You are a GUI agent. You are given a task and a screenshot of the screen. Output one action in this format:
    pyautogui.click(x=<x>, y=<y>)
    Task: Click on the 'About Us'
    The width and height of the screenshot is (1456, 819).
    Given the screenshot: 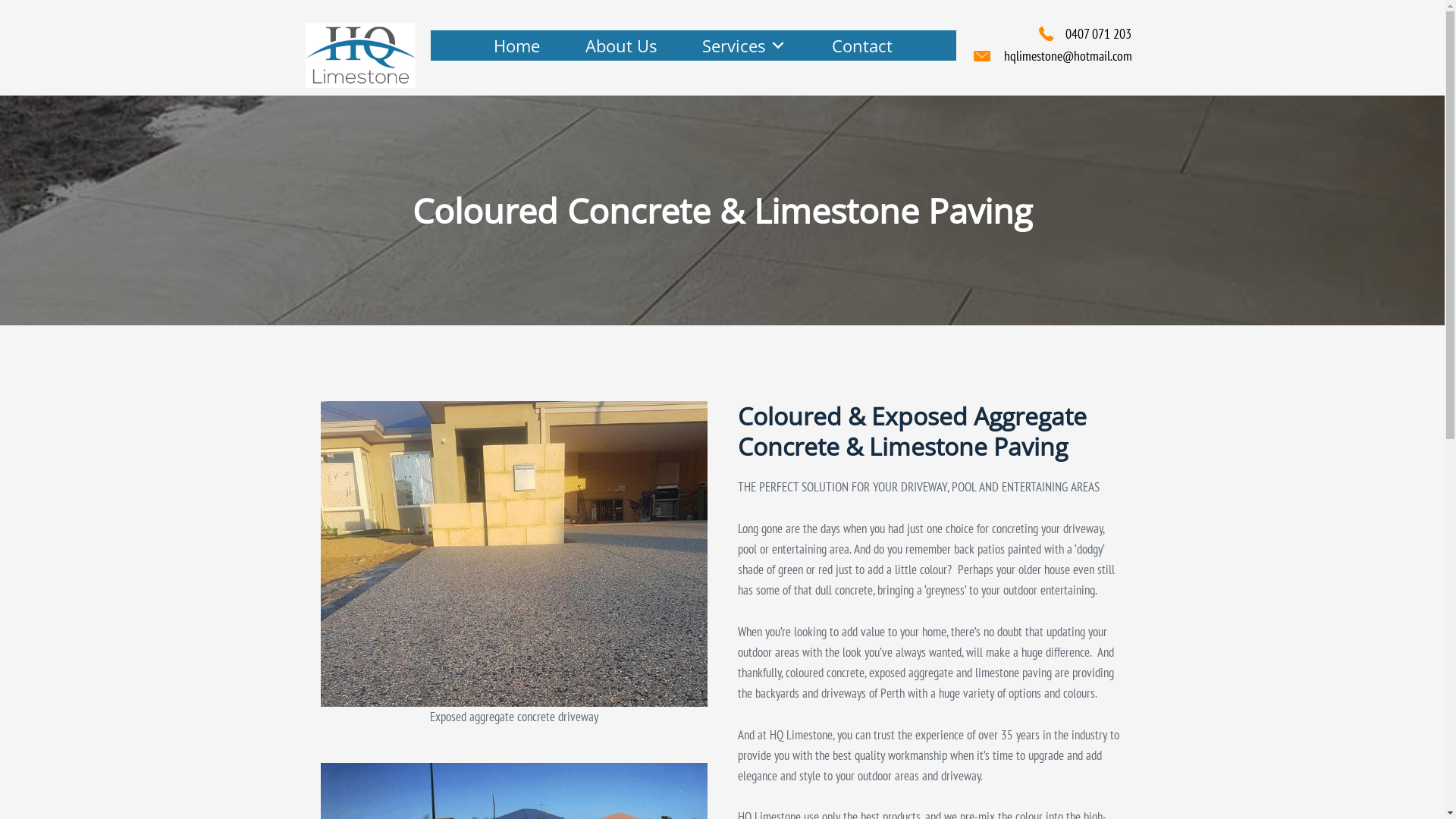 What is the action you would take?
    pyautogui.click(x=621, y=45)
    